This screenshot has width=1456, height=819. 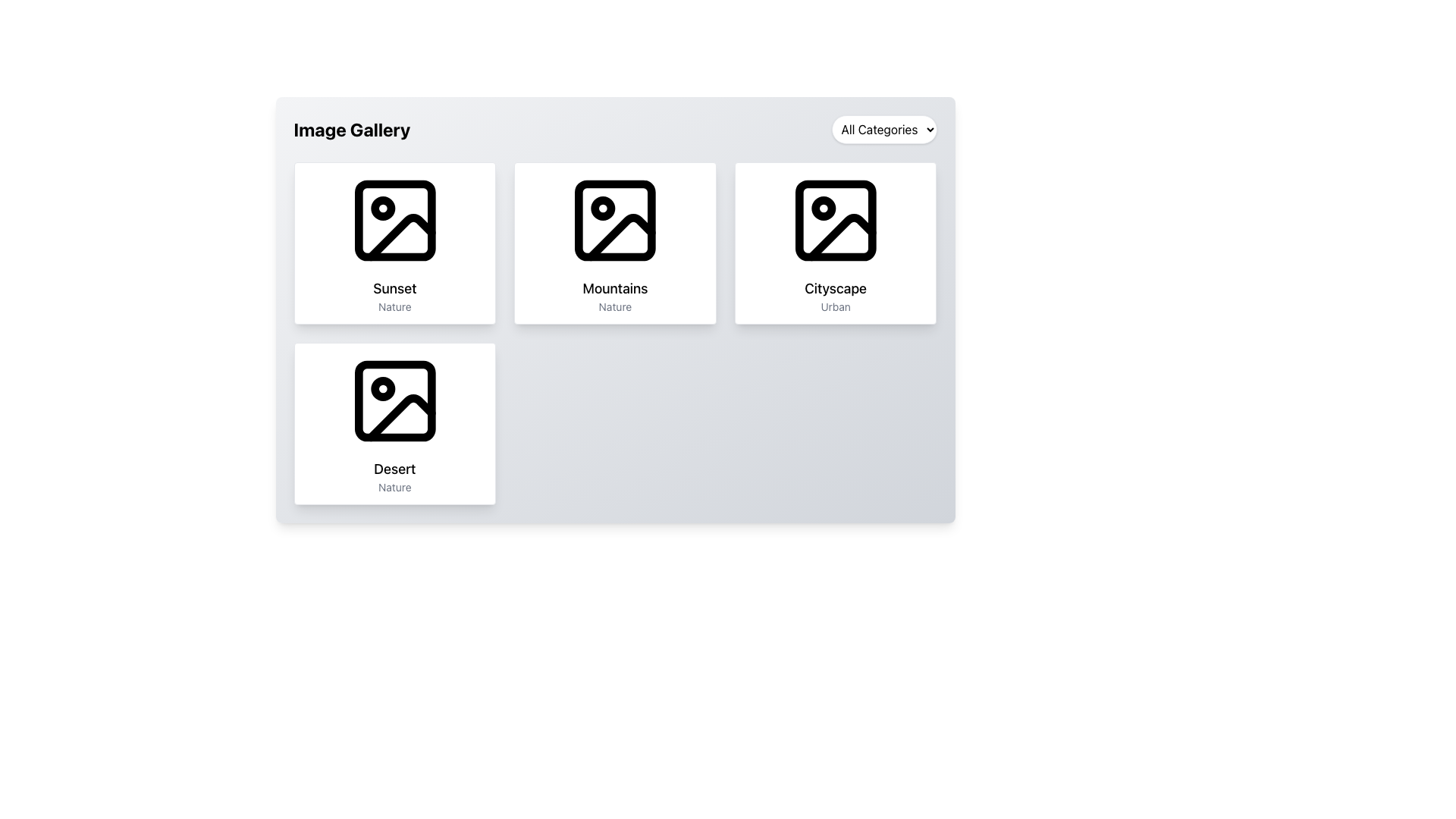 What do you see at coordinates (615, 220) in the screenshot?
I see `the Decorative SVG Rectangle that visually represents the structure of a picture in the 'Mountains' category icon located in the top-left corner of the gallery item` at bounding box center [615, 220].